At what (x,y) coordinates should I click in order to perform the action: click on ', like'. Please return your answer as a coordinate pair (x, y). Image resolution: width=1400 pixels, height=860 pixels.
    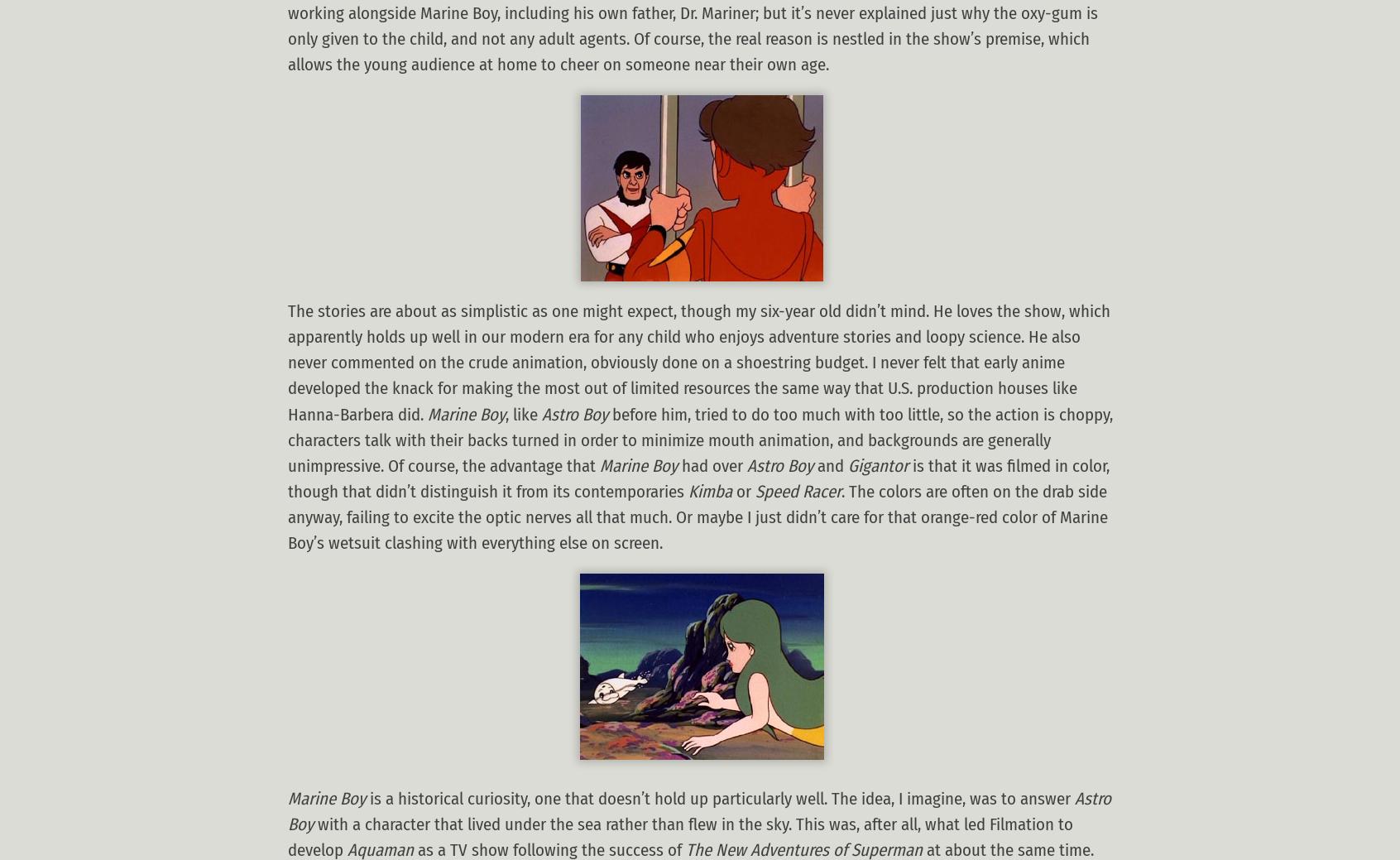
    Looking at the image, I should click on (522, 413).